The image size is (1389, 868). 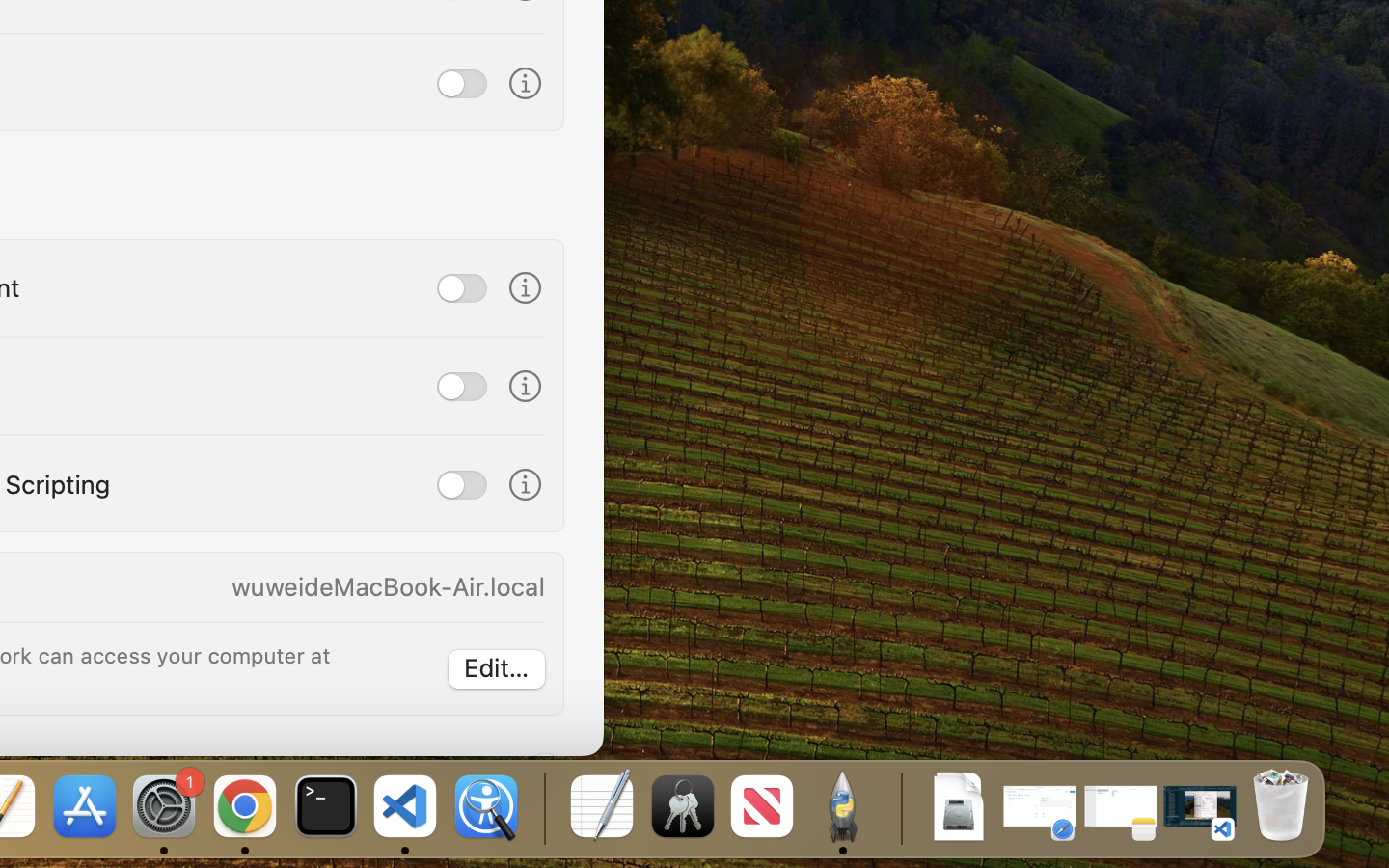 What do you see at coordinates (542, 807) in the screenshot?
I see `'0.4285714328289032'` at bounding box center [542, 807].